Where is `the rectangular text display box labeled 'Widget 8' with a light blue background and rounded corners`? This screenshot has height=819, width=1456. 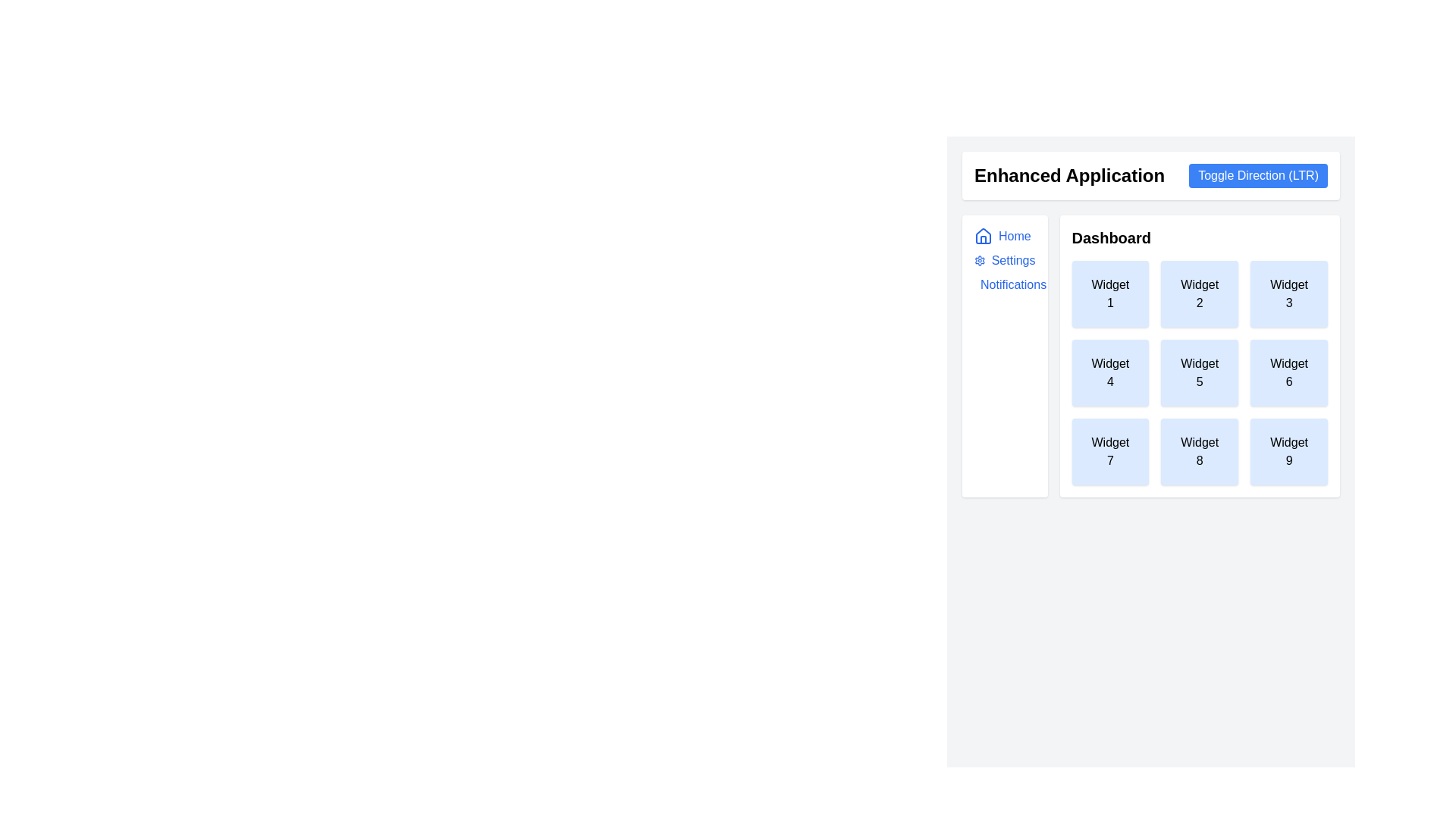
the rectangular text display box labeled 'Widget 8' with a light blue background and rounded corners is located at coordinates (1199, 451).